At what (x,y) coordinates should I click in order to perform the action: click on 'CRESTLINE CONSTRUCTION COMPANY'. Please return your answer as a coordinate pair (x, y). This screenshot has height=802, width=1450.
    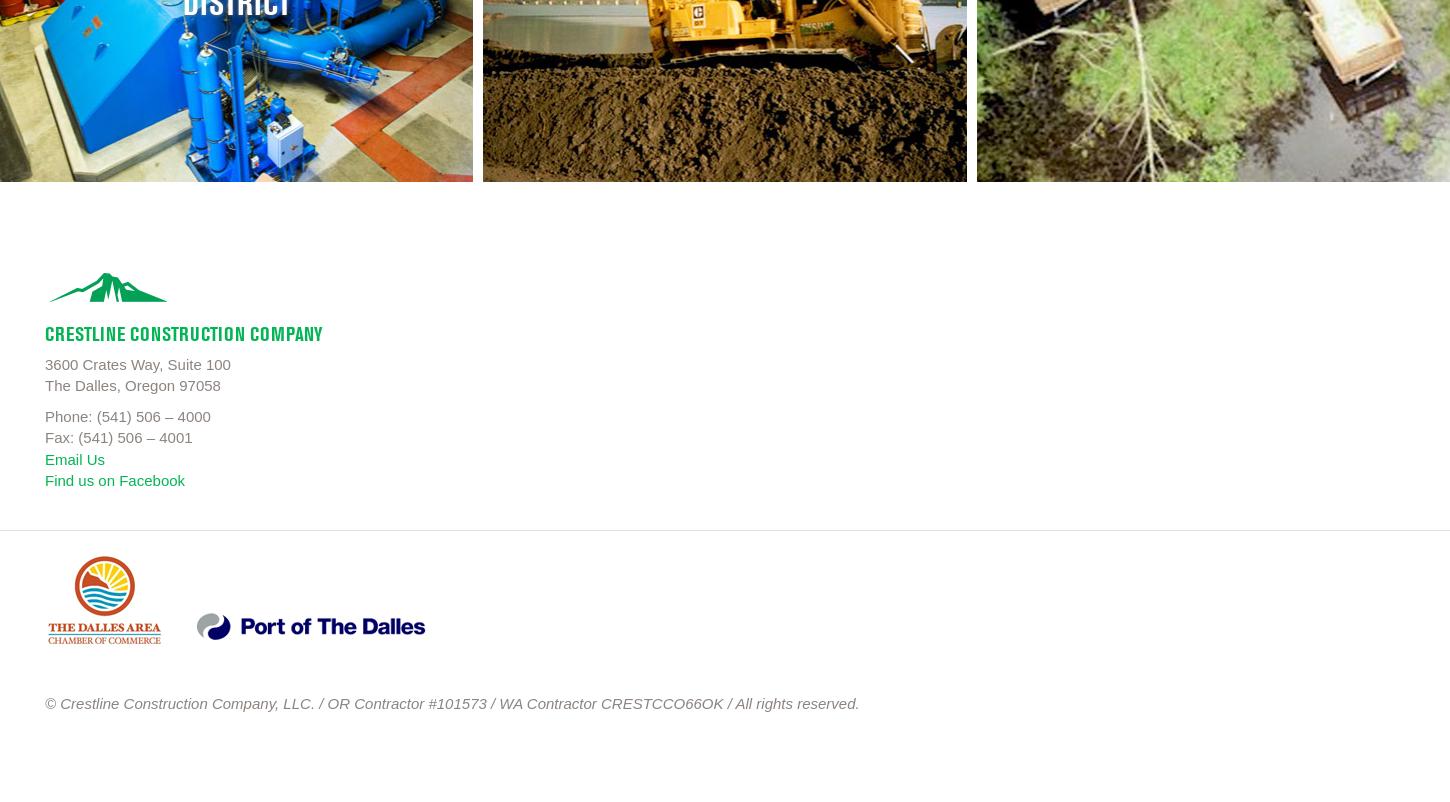
    Looking at the image, I should click on (182, 332).